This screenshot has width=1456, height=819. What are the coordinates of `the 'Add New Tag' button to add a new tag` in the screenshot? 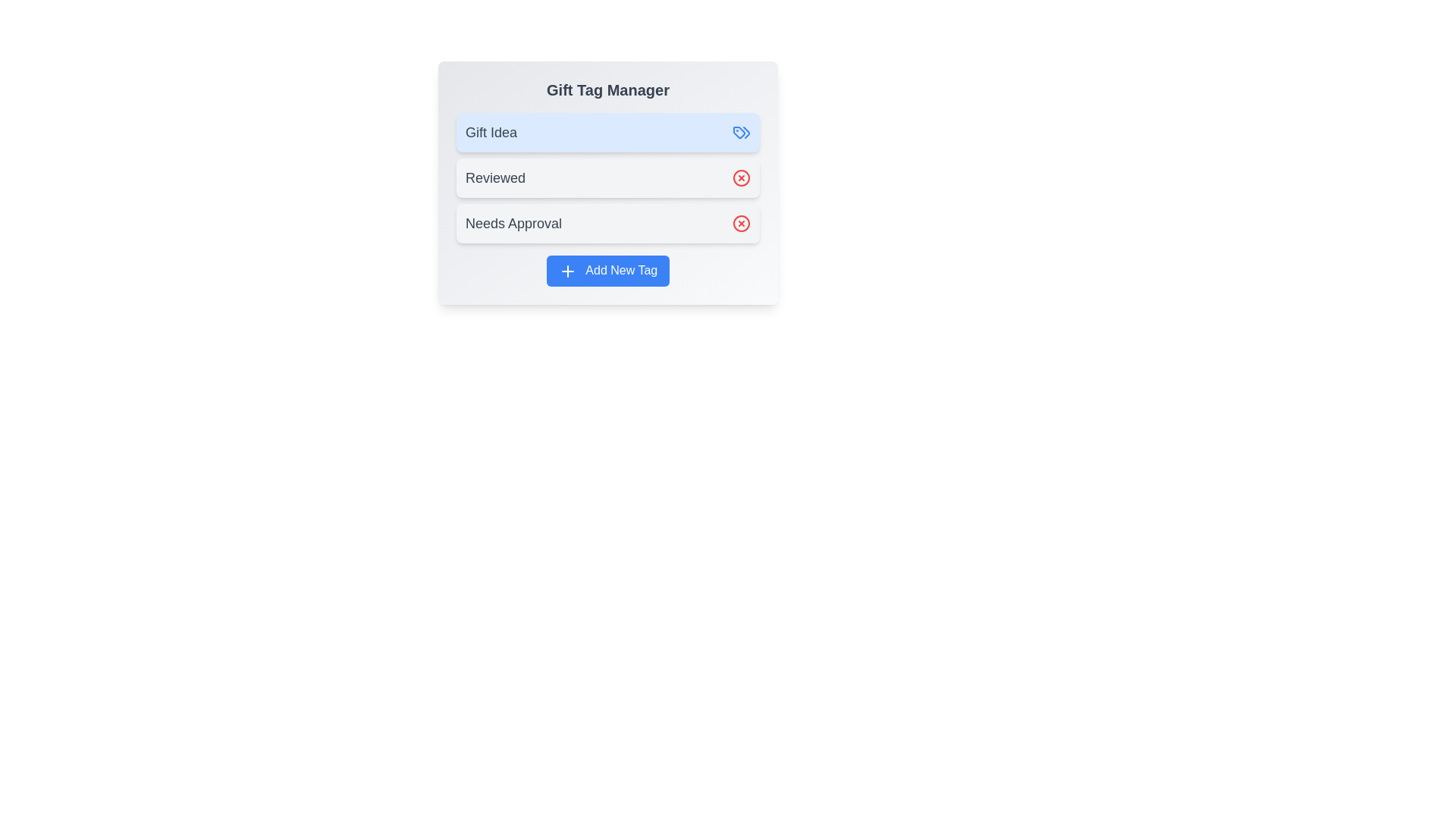 It's located at (607, 270).